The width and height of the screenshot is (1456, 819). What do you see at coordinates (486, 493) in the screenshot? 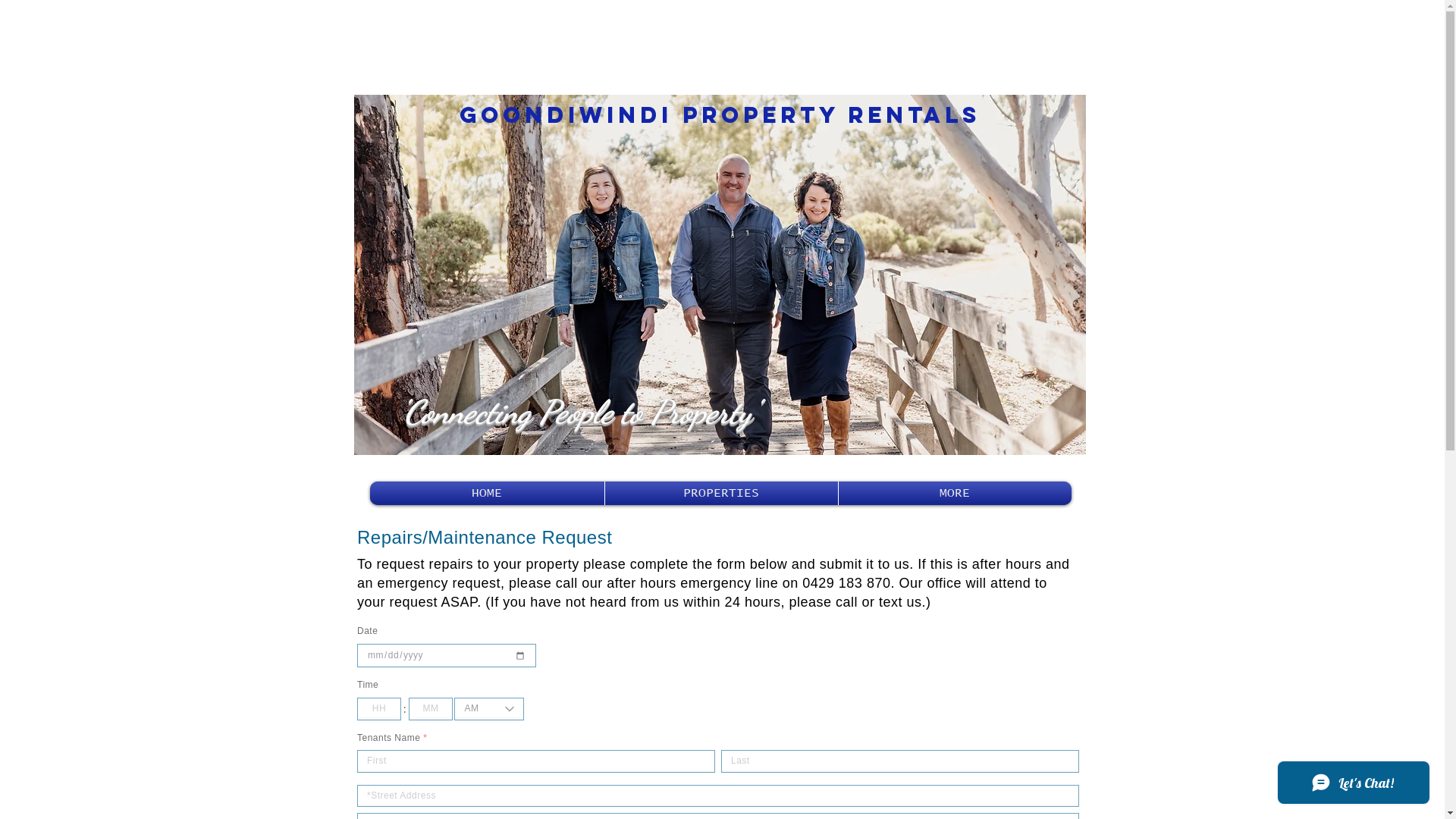
I see `'HOME'` at bounding box center [486, 493].